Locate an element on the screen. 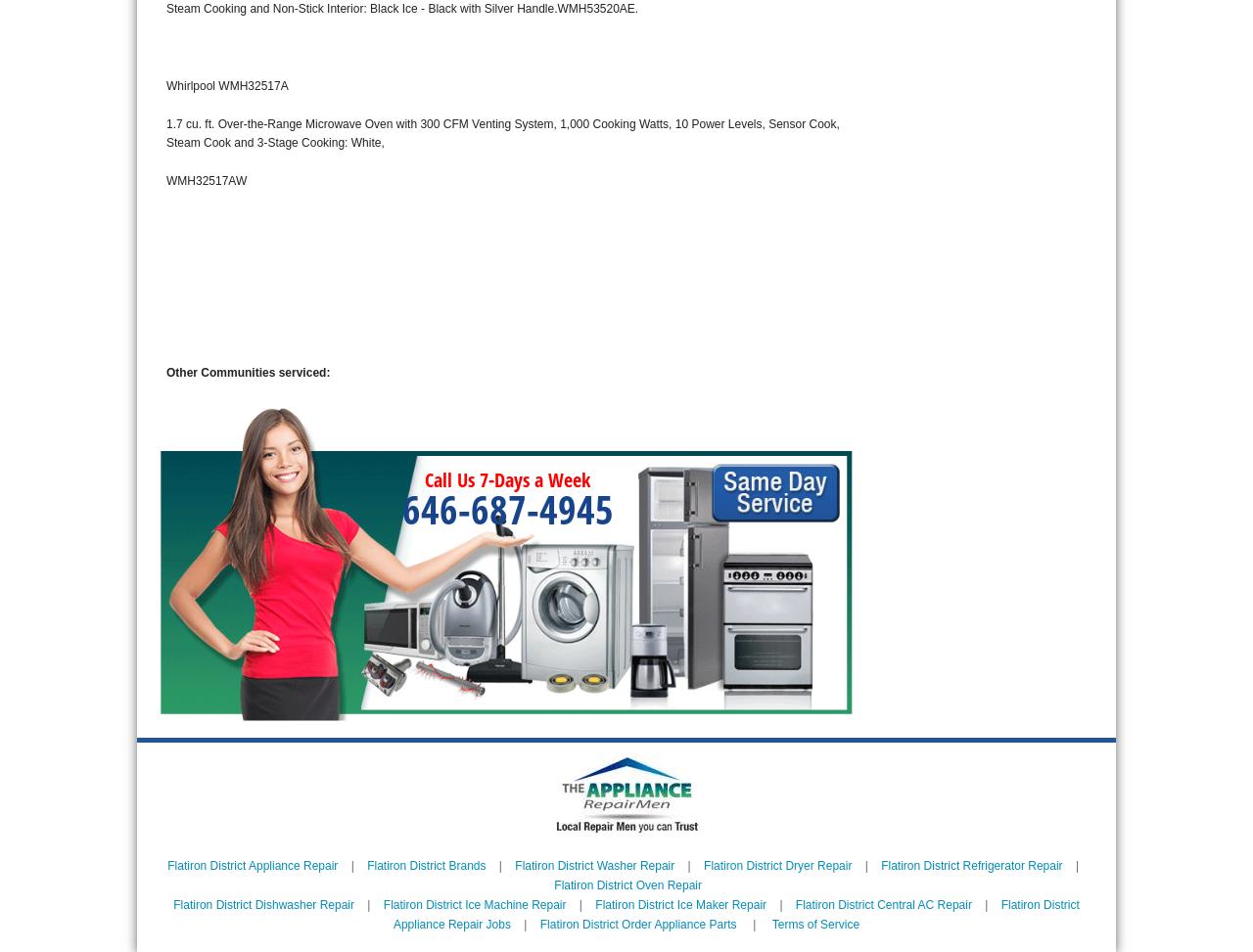 The width and height of the screenshot is (1253, 952). 'Flatiron District Appliance Repair' is located at coordinates (252, 866).